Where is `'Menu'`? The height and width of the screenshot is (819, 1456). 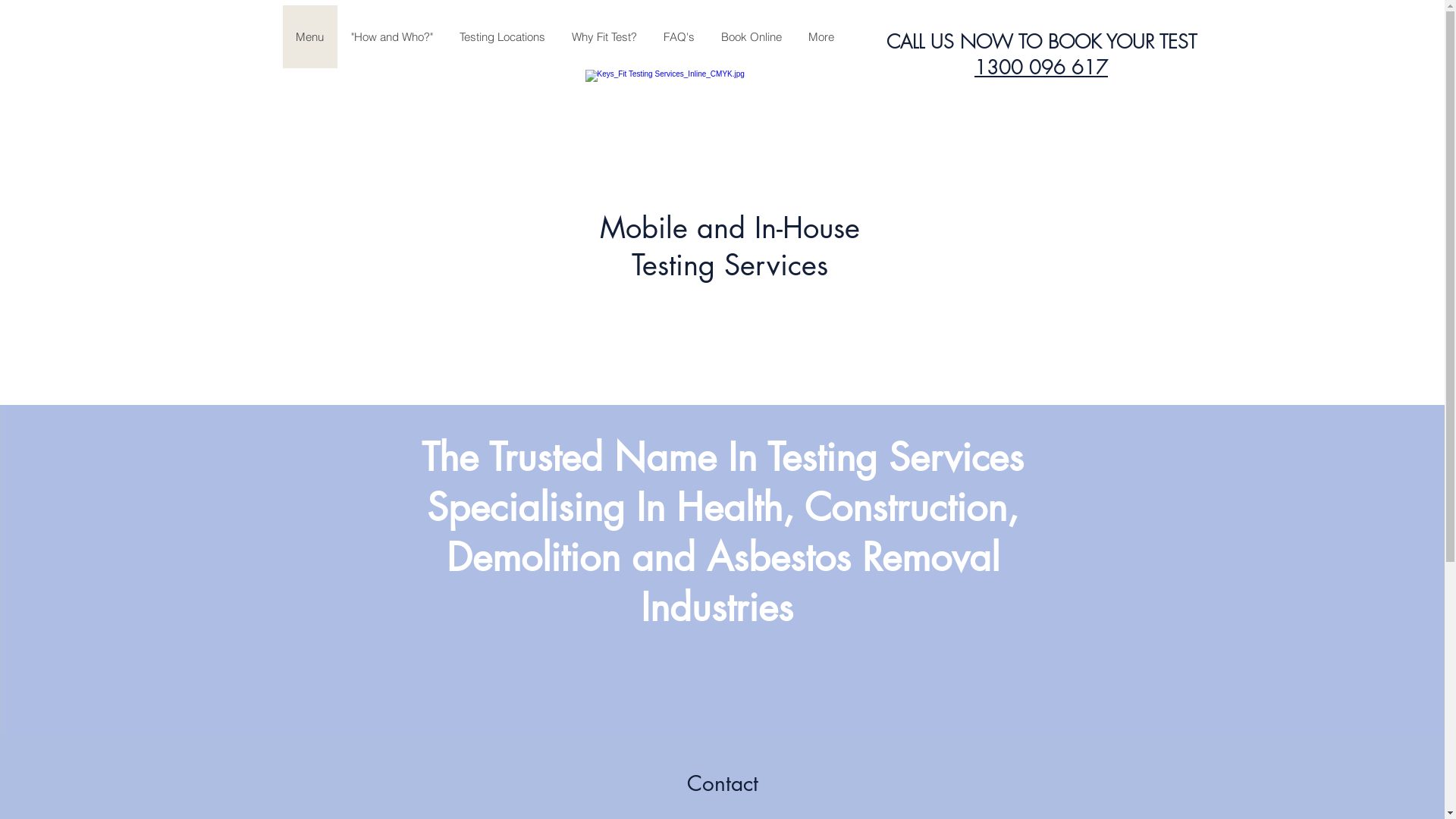
'Menu' is located at coordinates (282, 36).